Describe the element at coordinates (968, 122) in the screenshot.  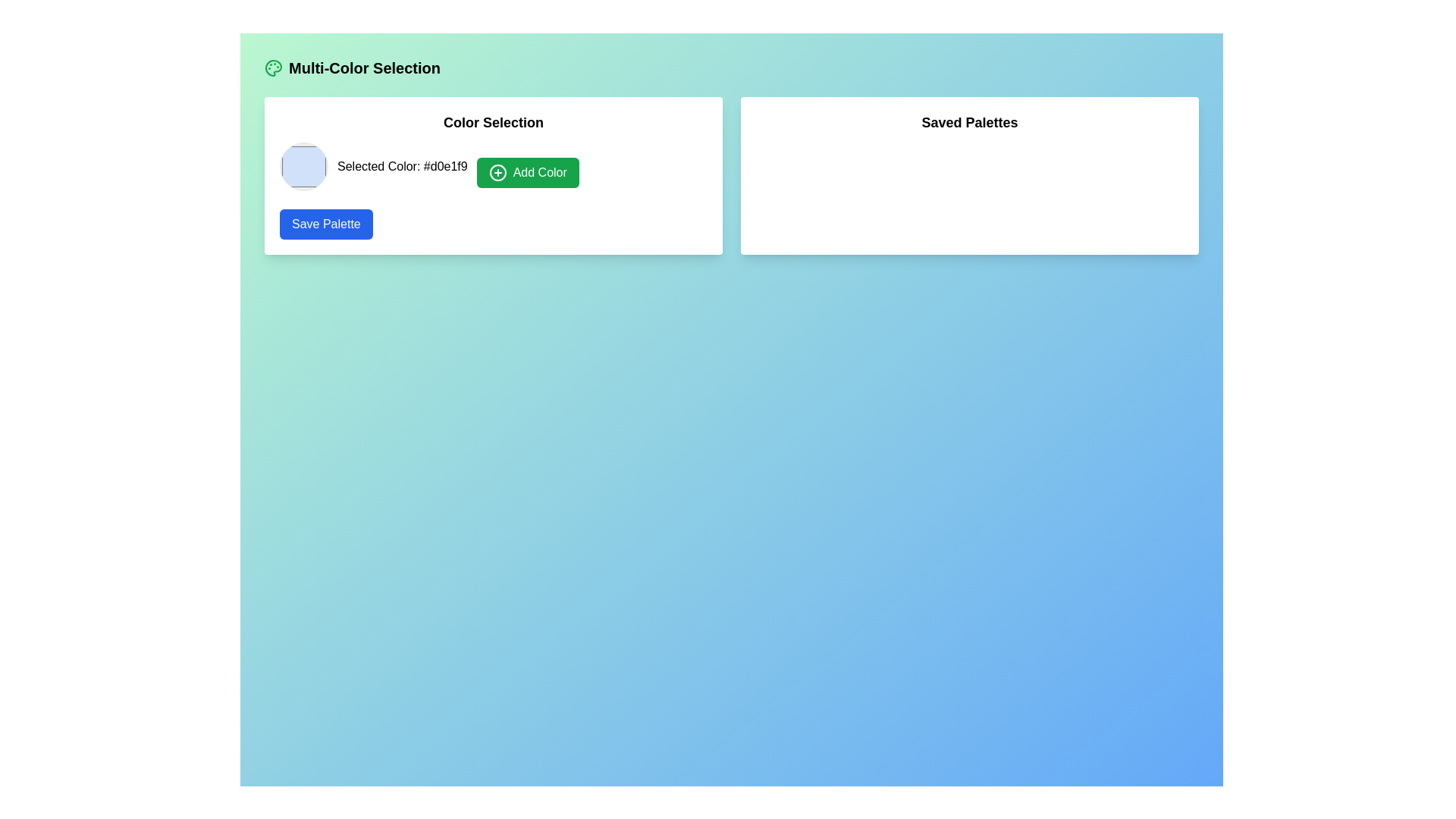
I see `the Text Label that serves as a heading for the panel indicating the content of saved color palettes, positioned in the upper right area of the interface` at that location.